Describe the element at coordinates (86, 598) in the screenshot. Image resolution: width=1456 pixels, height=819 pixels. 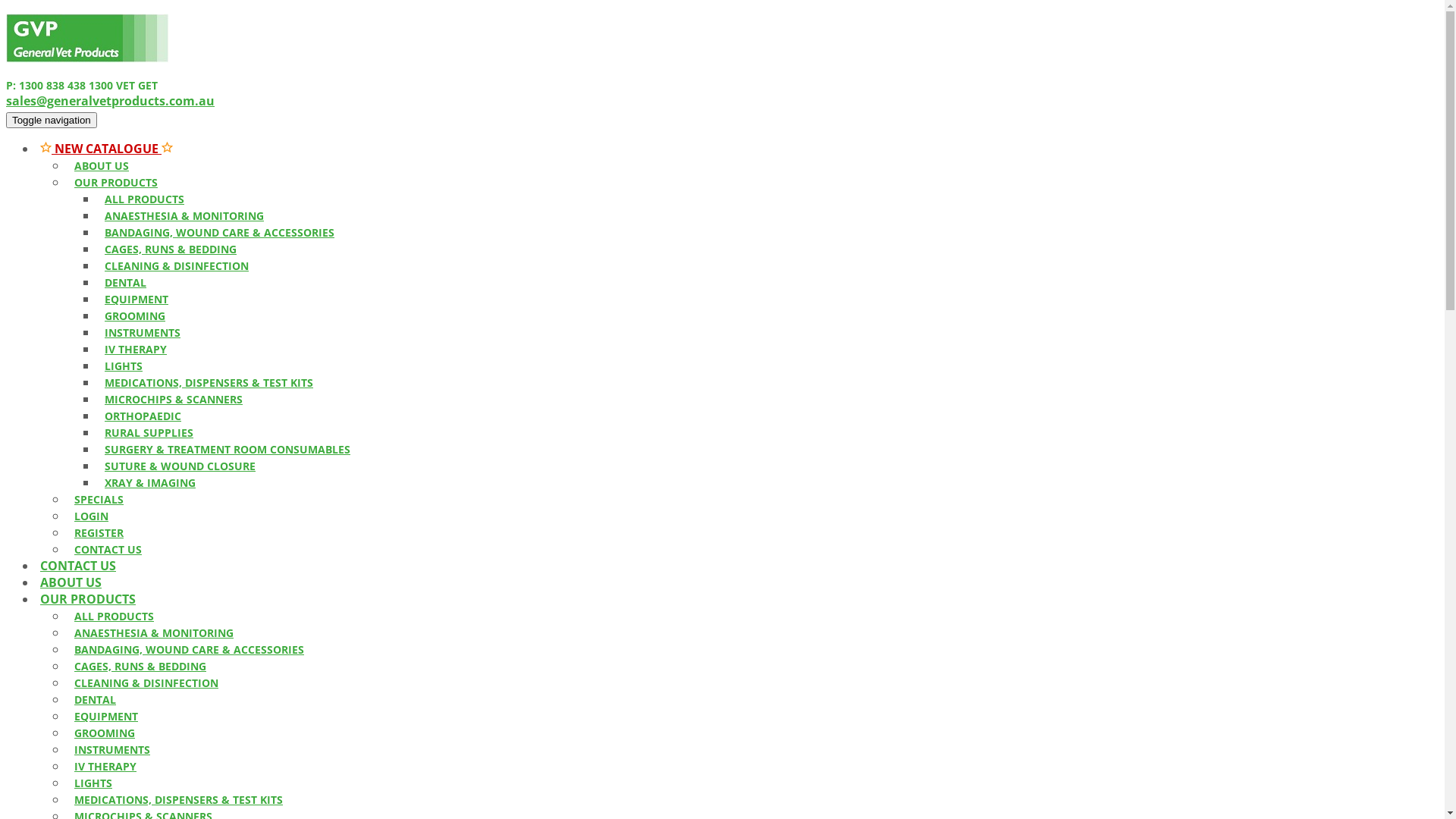
I see `'OUR PRODUCTS'` at that location.